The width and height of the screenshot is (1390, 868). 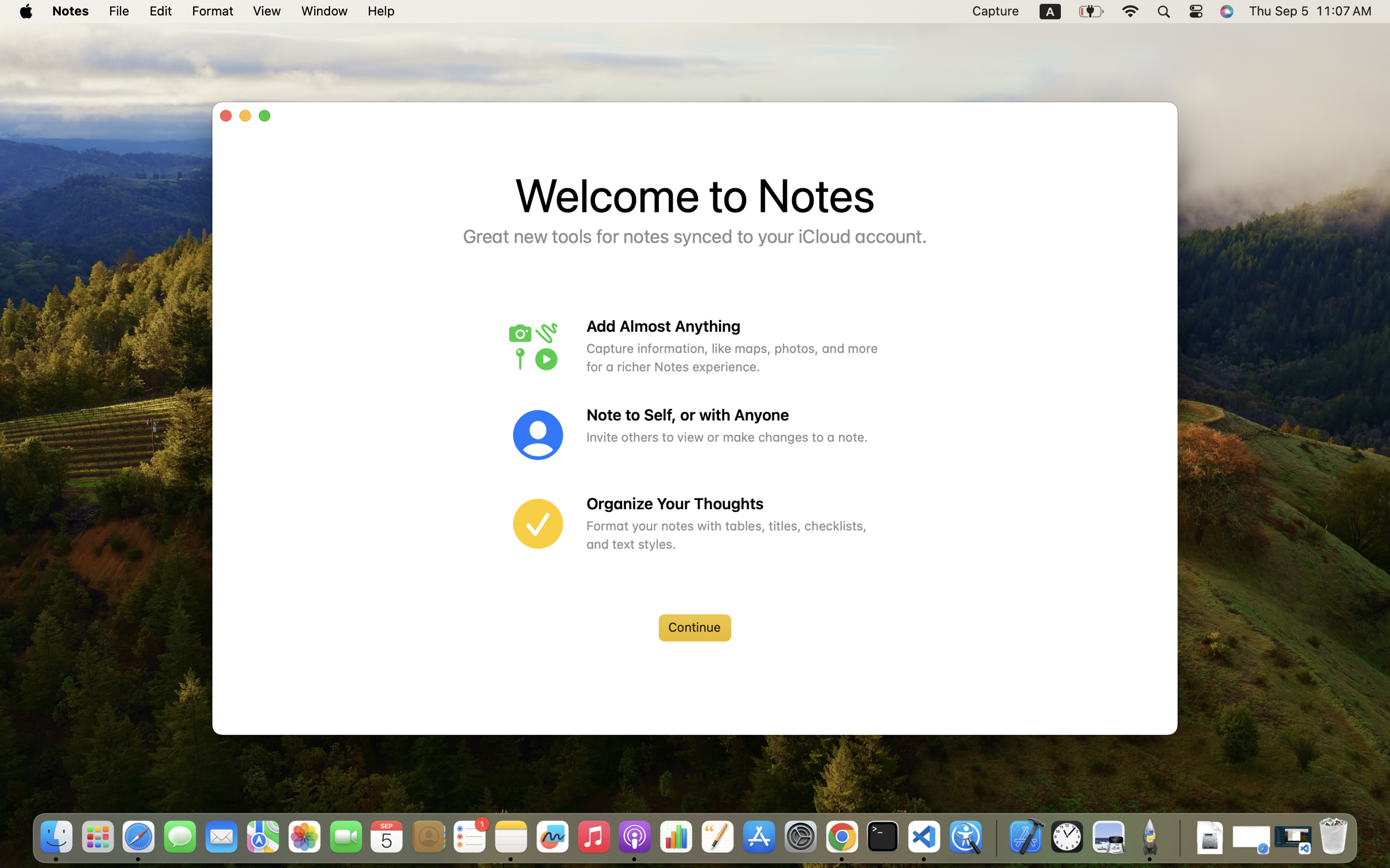 I want to click on 'Capture information, like maps, photos, and more for a richer Notes experience.', so click(x=733, y=357).